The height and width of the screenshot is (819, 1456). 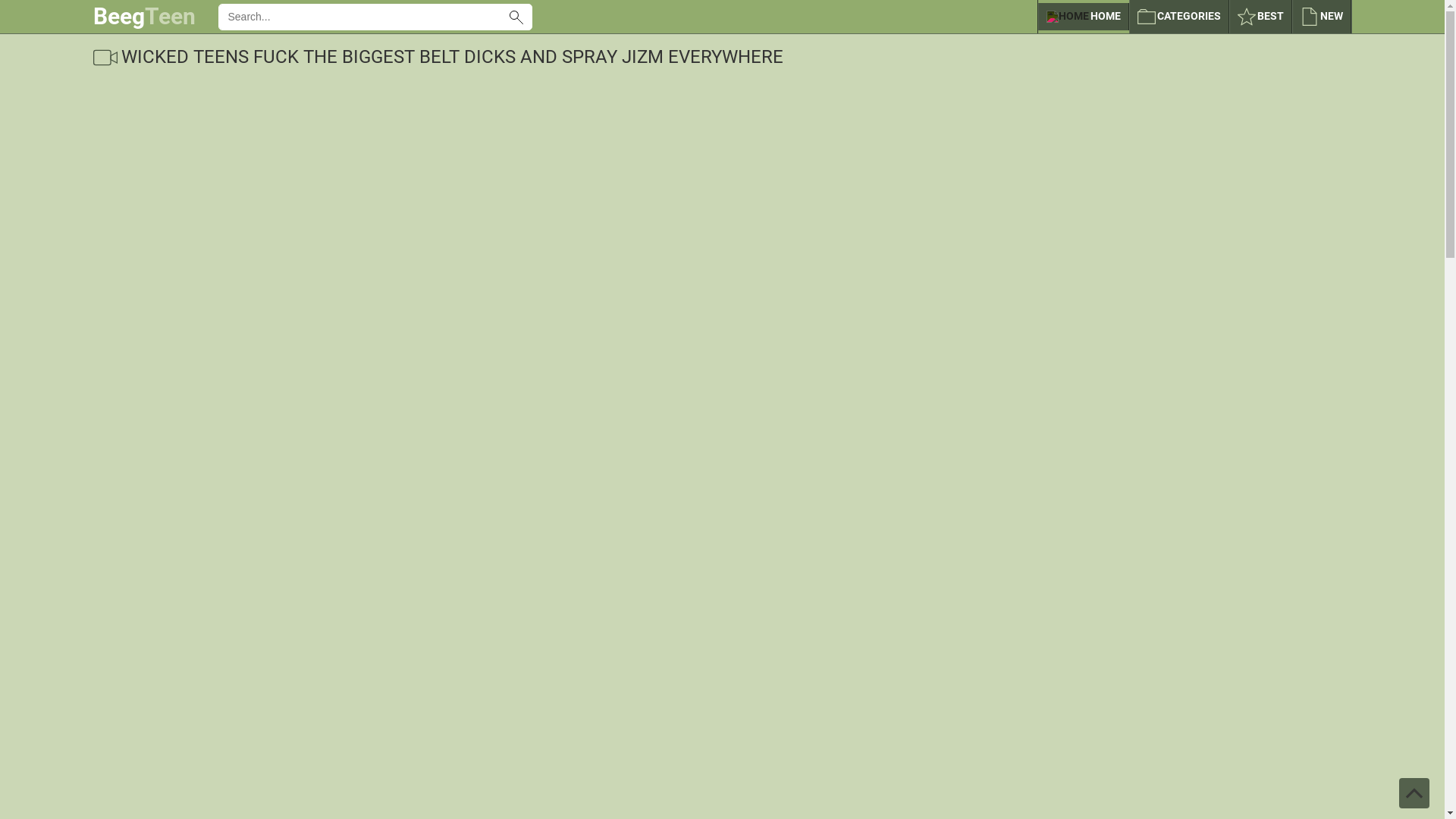 What do you see at coordinates (218, 16) in the screenshot?
I see `'Use Latin letters, digits, space, -'` at bounding box center [218, 16].